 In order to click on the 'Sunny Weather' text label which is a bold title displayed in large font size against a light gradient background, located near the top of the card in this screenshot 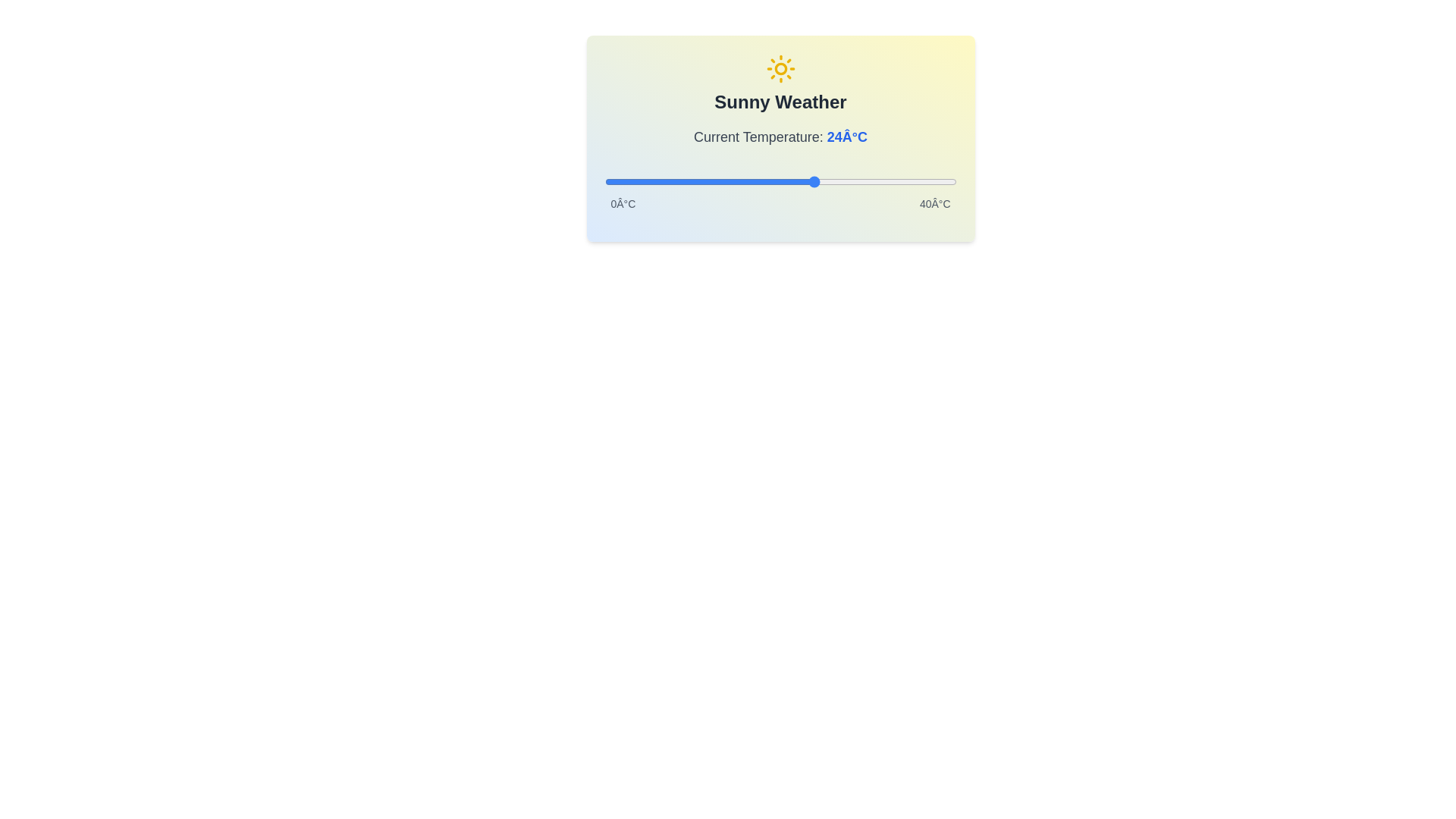, I will do `click(780, 102)`.